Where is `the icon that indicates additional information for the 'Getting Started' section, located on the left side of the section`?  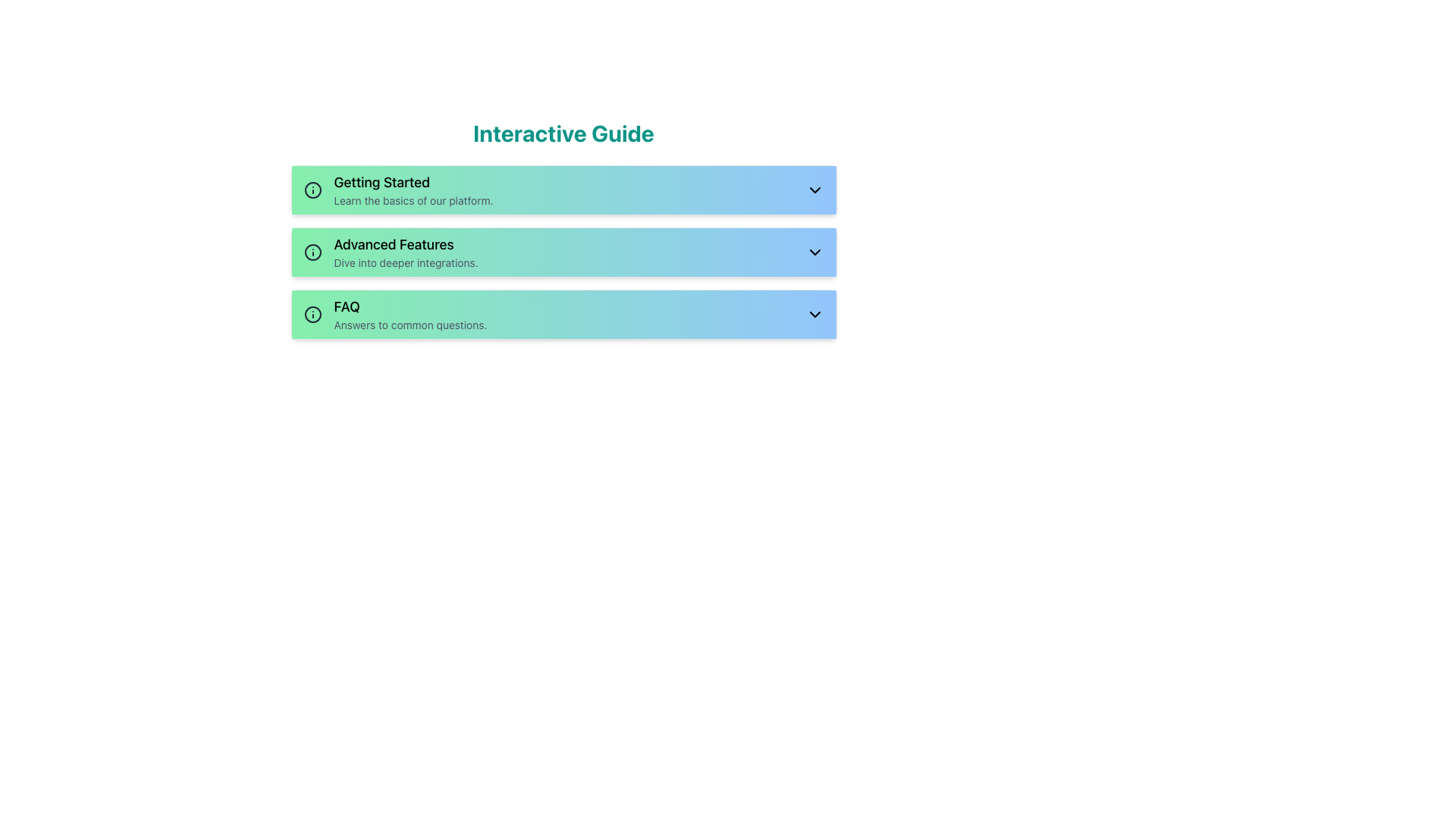
the icon that indicates additional information for the 'Getting Started' section, located on the left side of the section is located at coordinates (312, 189).